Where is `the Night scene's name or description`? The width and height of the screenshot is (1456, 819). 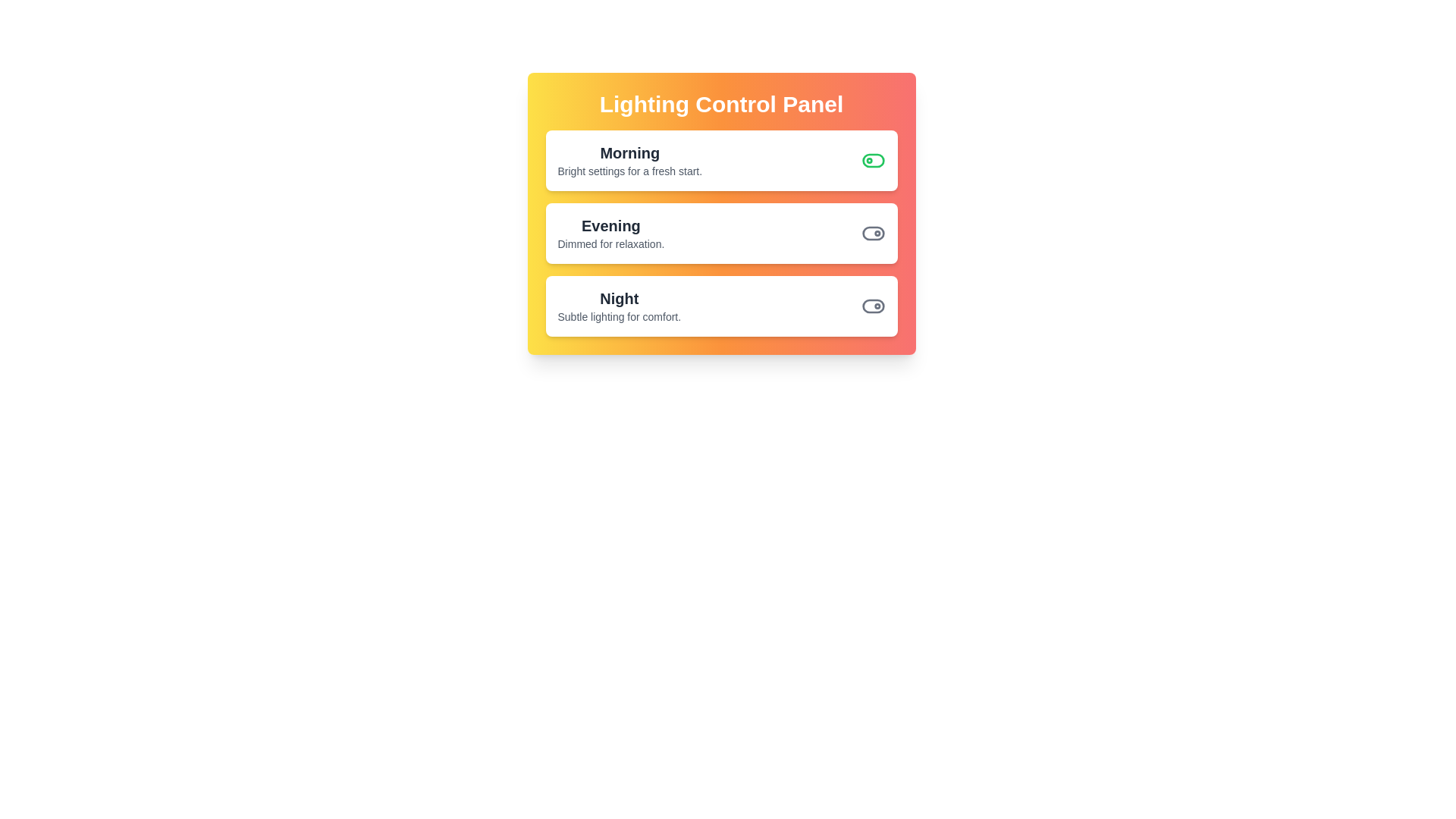
the Night scene's name or description is located at coordinates (619, 298).